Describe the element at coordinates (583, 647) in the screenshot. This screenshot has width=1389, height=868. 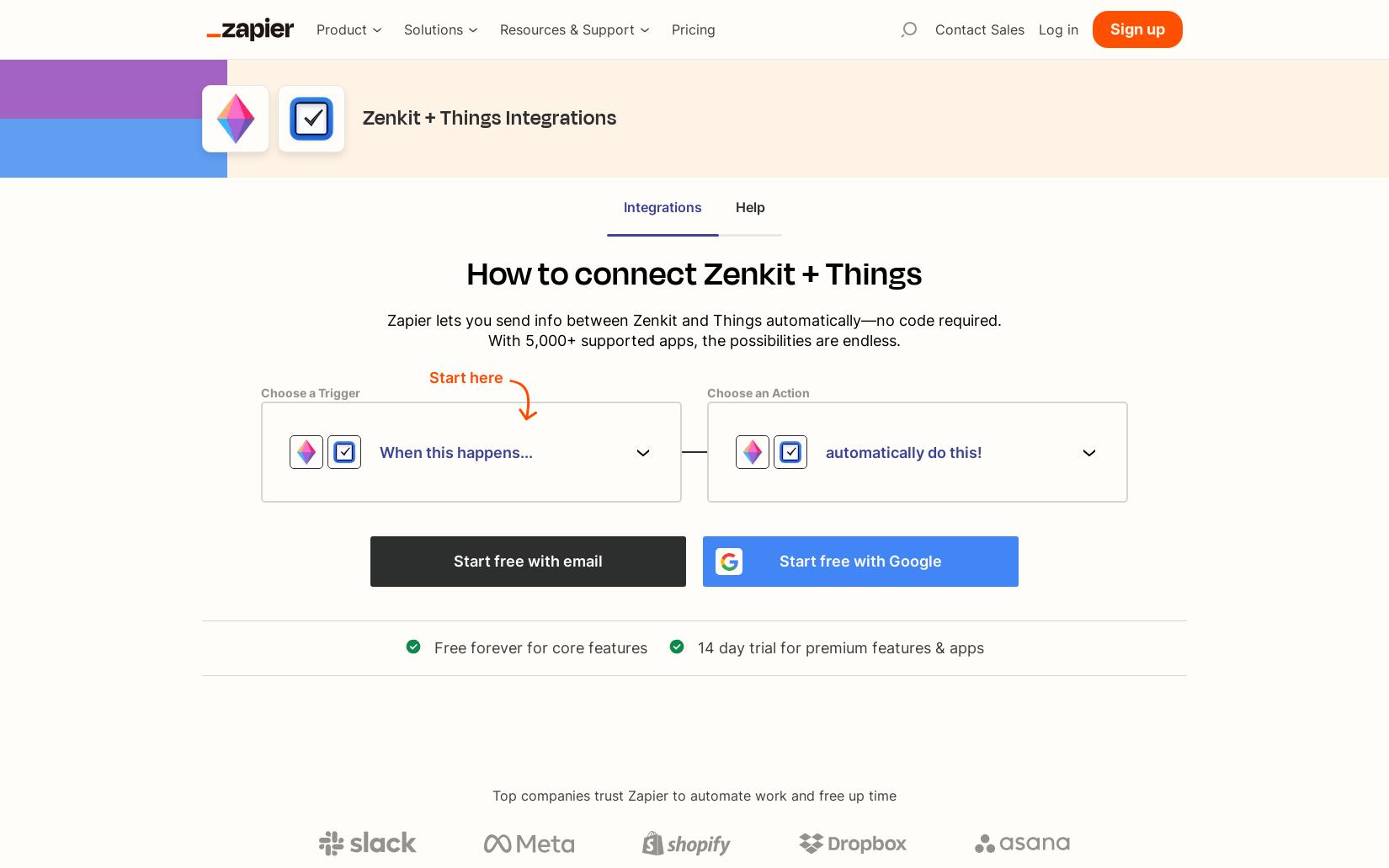
I see `'for core features'` at that location.